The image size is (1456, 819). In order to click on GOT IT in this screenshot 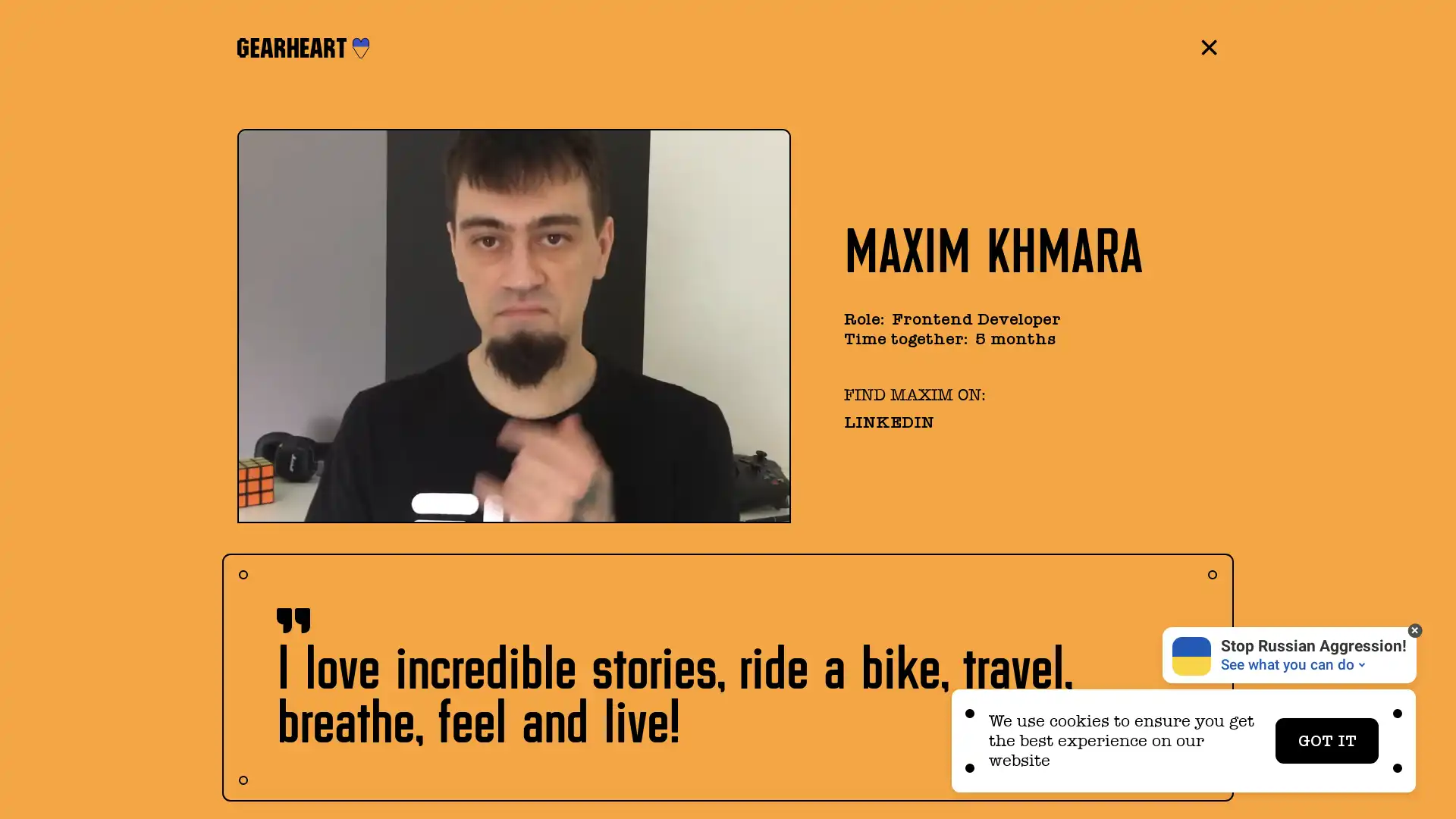, I will do `click(1326, 739)`.